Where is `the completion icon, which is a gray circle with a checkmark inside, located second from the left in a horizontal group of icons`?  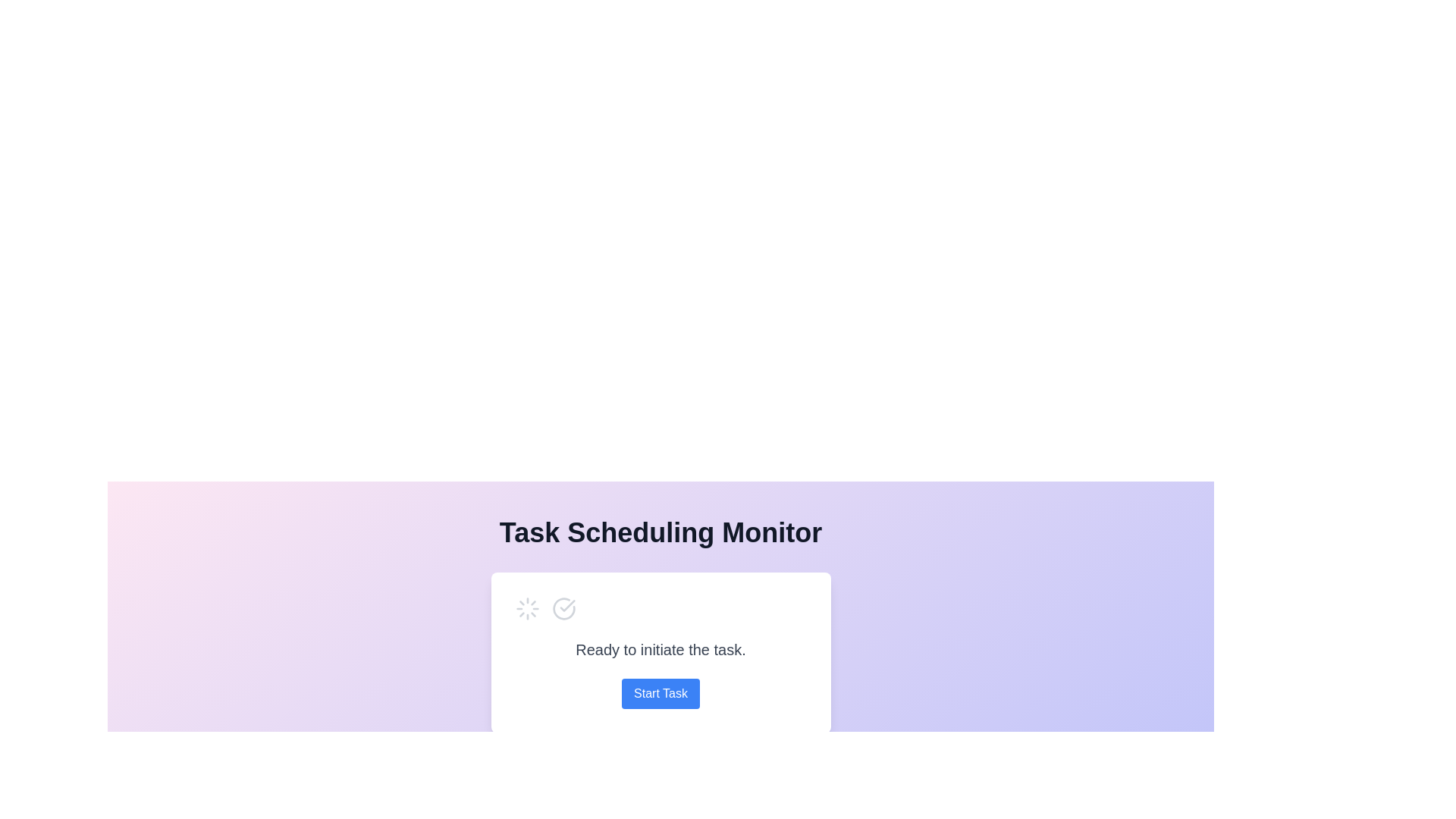
the completion icon, which is a gray circle with a checkmark inside, located second from the left in a horizontal group of icons is located at coordinates (563, 607).